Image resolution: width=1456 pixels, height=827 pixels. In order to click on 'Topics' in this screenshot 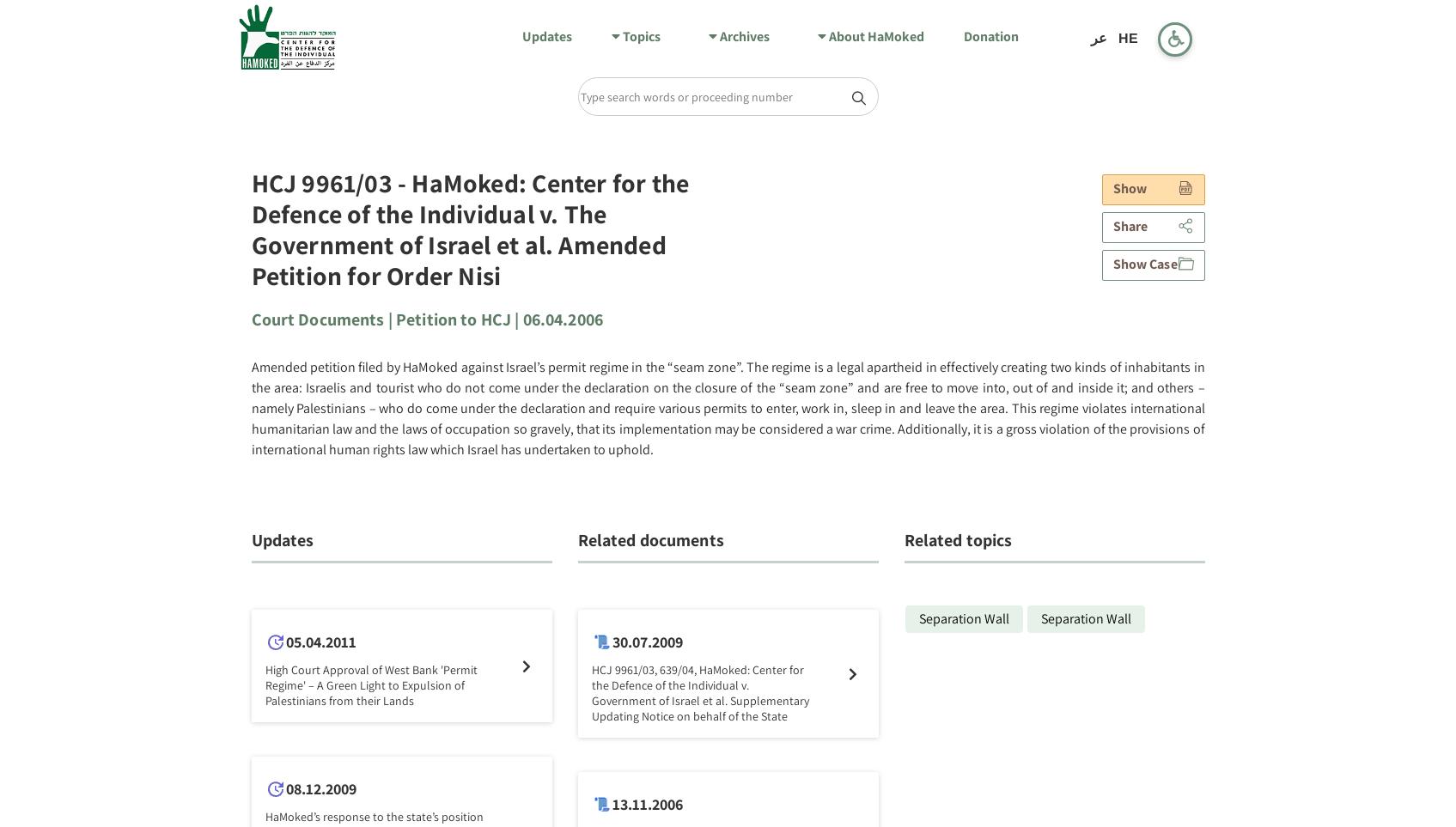, I will do `click(639, 35)`.